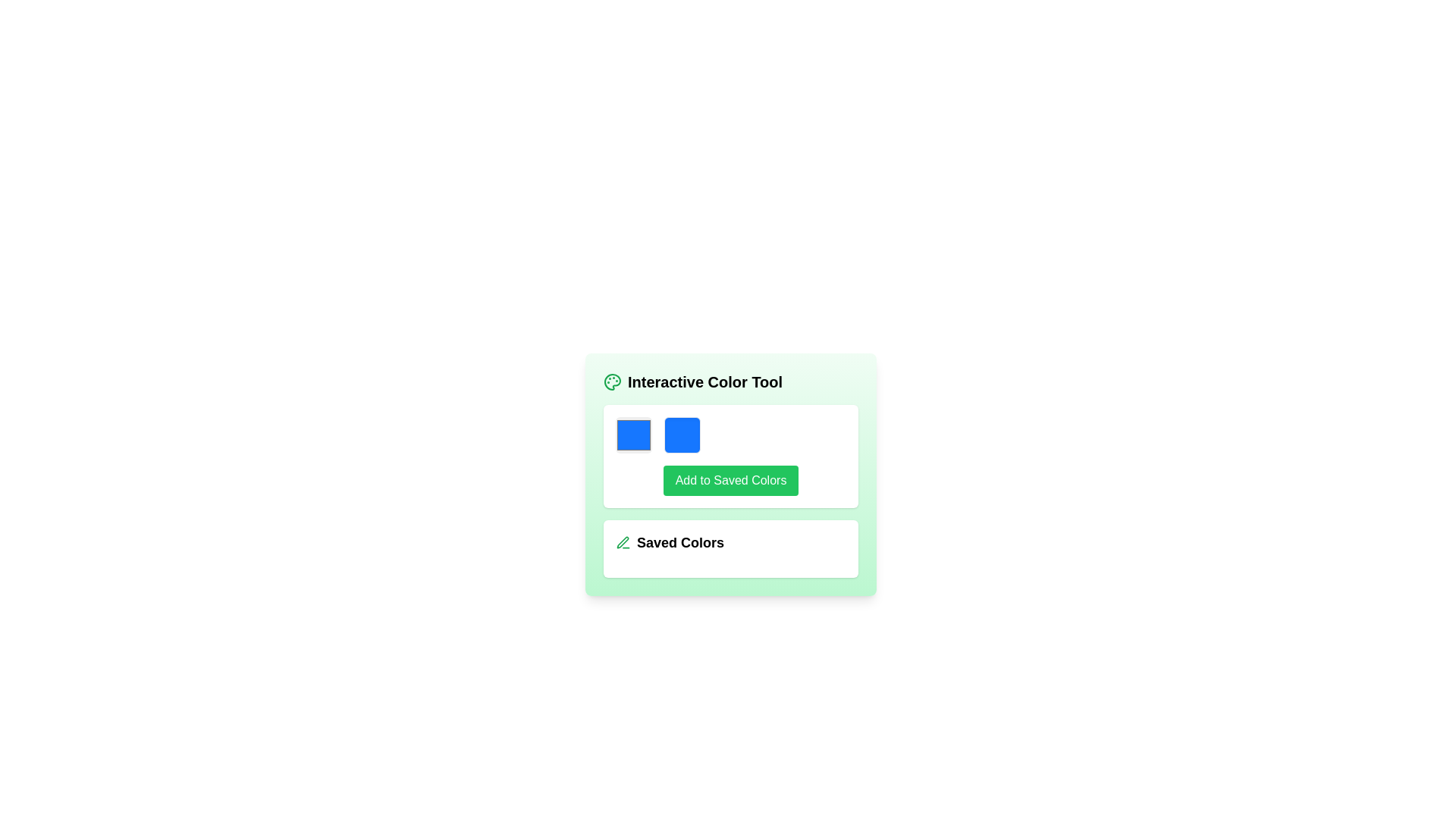  I want to click on the static visual element that is part of the 'Interactive Color Tool' palette, positioned to the right of another rounded square, so click(682, 435).